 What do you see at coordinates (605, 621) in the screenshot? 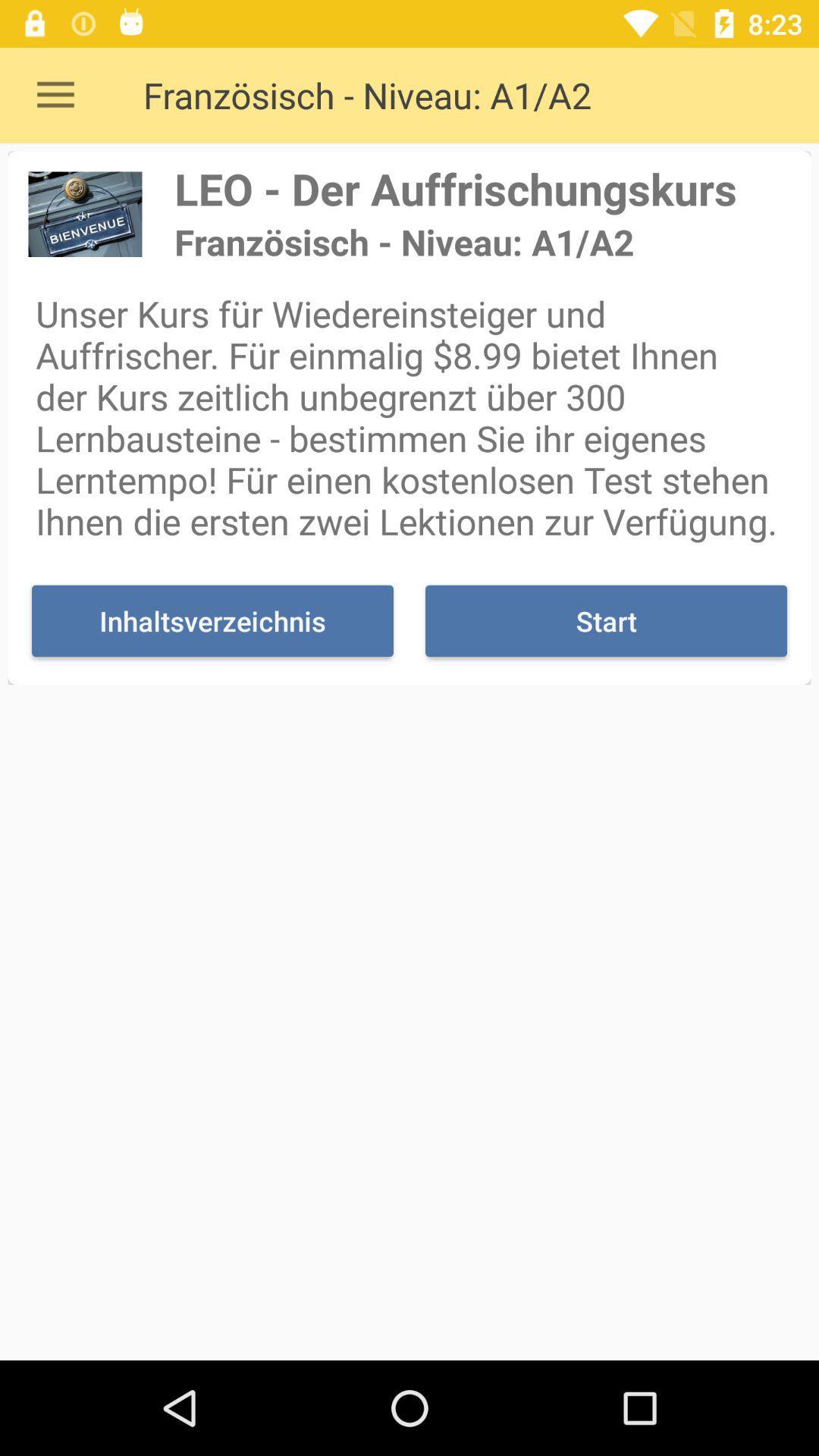
I see `start on the right` at bounding box center [605, 621].